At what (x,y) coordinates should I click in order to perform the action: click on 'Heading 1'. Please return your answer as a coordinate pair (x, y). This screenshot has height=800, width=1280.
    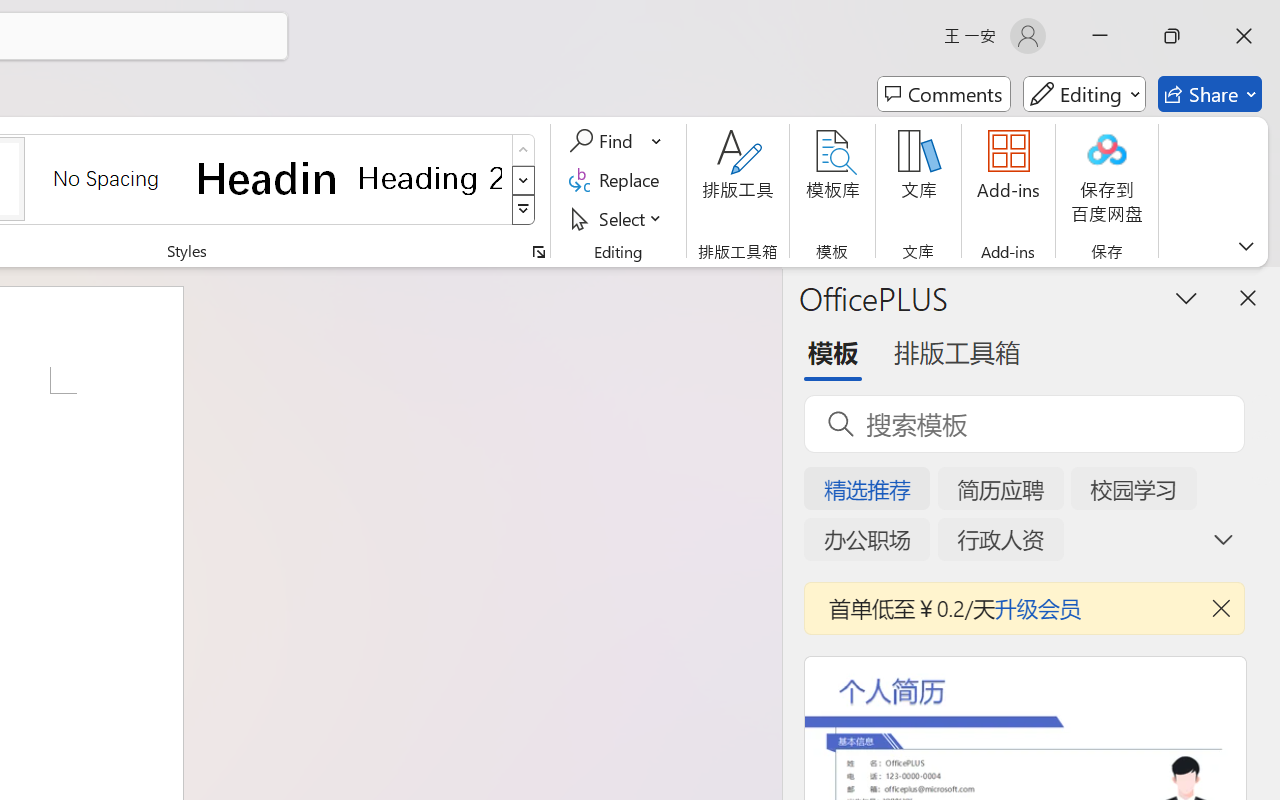
    Looking at the image, I should click on (267, 177).